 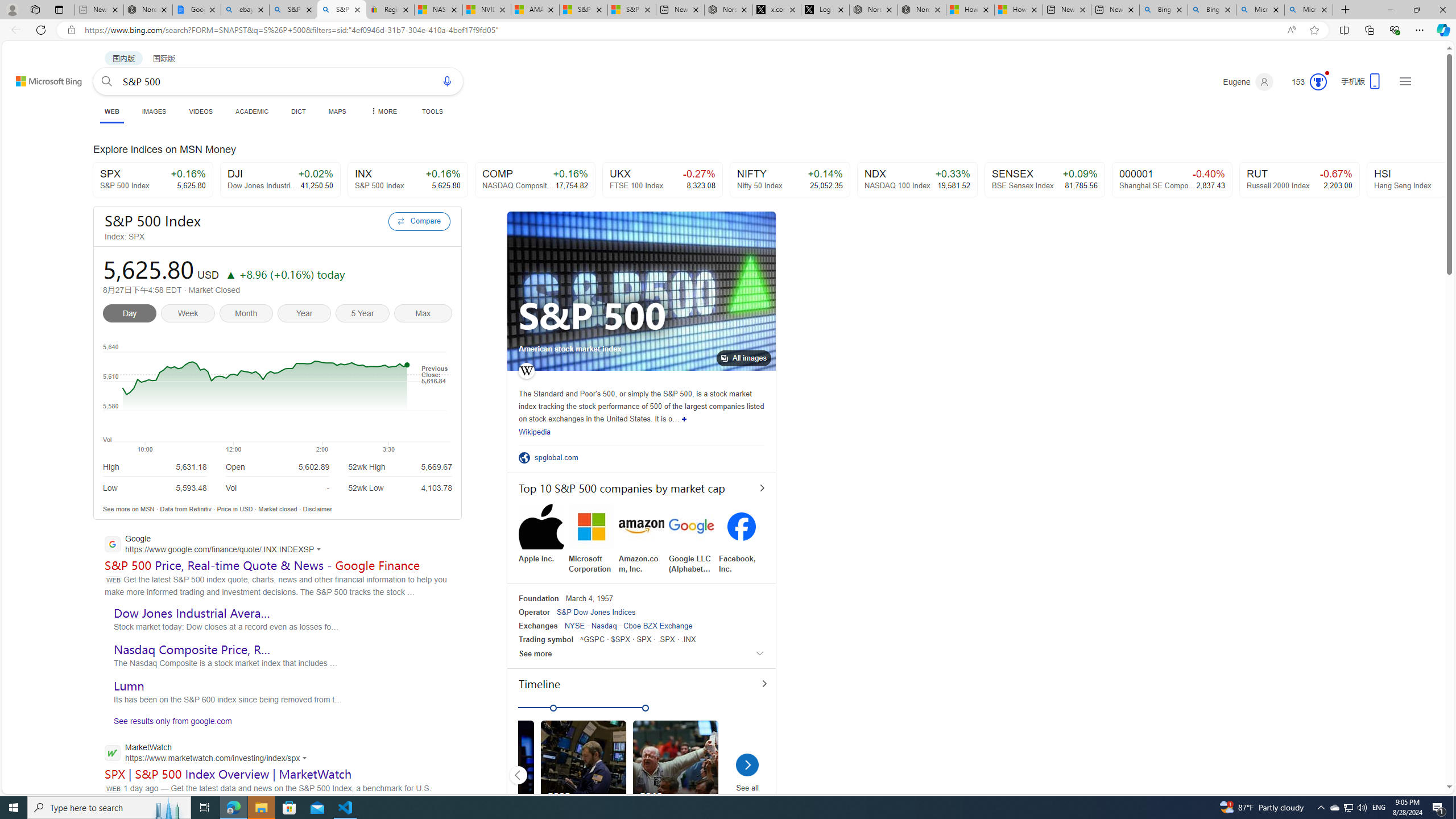 I want to click on 'Search using voice', so click(x=446, y=80).